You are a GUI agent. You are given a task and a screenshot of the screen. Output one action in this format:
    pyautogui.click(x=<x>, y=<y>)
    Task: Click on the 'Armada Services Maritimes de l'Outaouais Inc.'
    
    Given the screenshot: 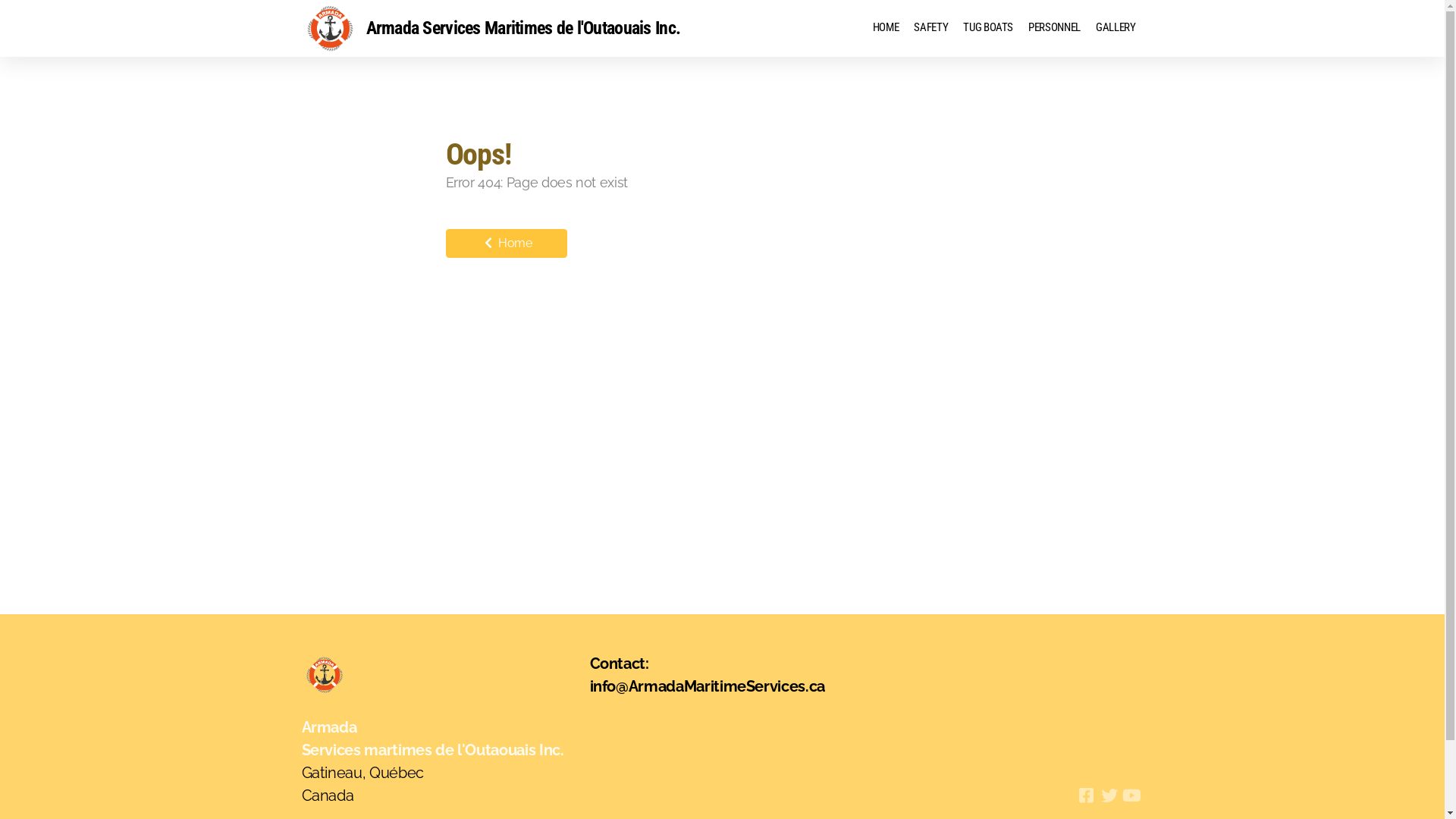 What is the action you would take?
    pyautogui.click(x=491, y=28)
    